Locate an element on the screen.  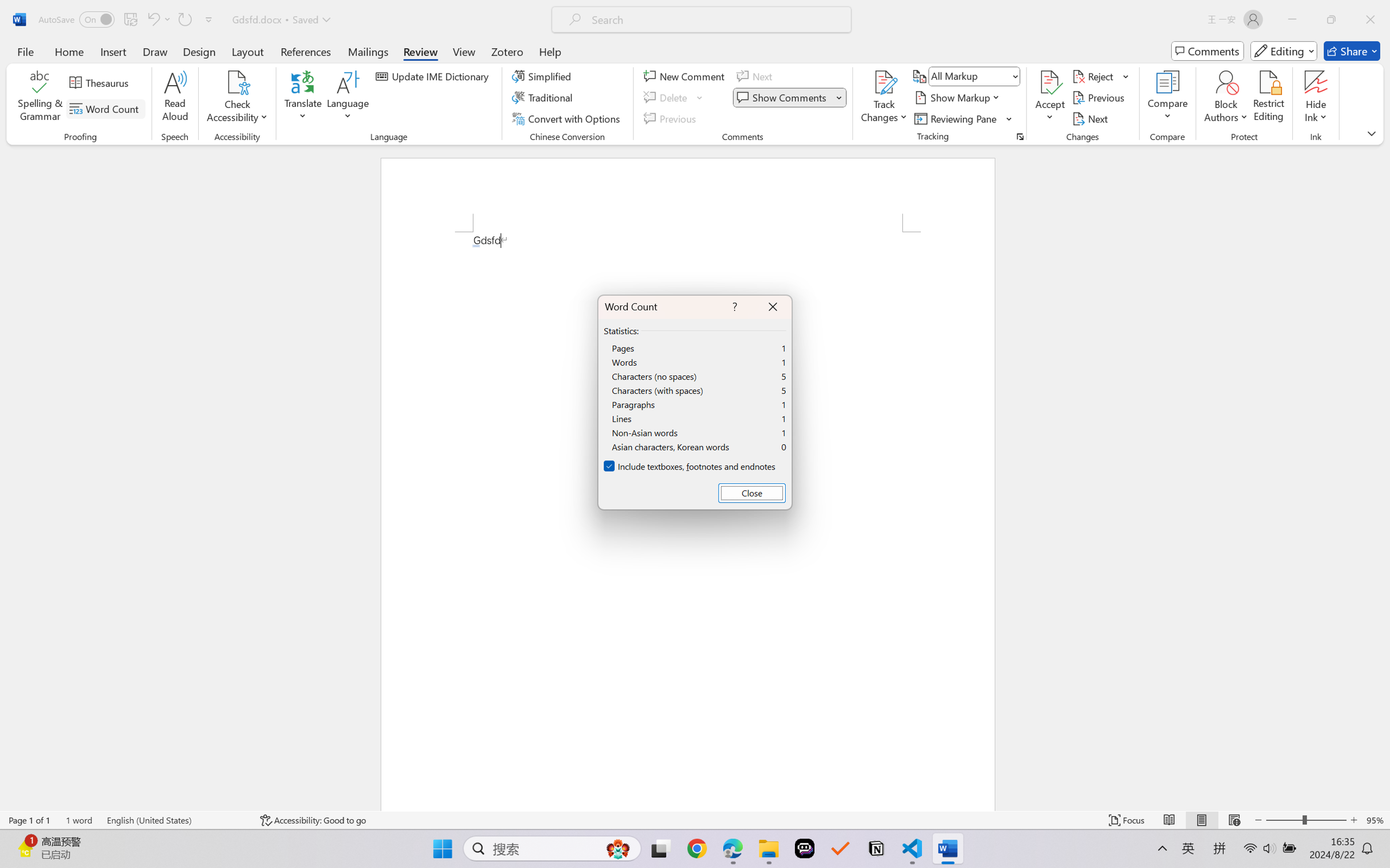
'Google Chrome' is located at coordinates (697, 848).